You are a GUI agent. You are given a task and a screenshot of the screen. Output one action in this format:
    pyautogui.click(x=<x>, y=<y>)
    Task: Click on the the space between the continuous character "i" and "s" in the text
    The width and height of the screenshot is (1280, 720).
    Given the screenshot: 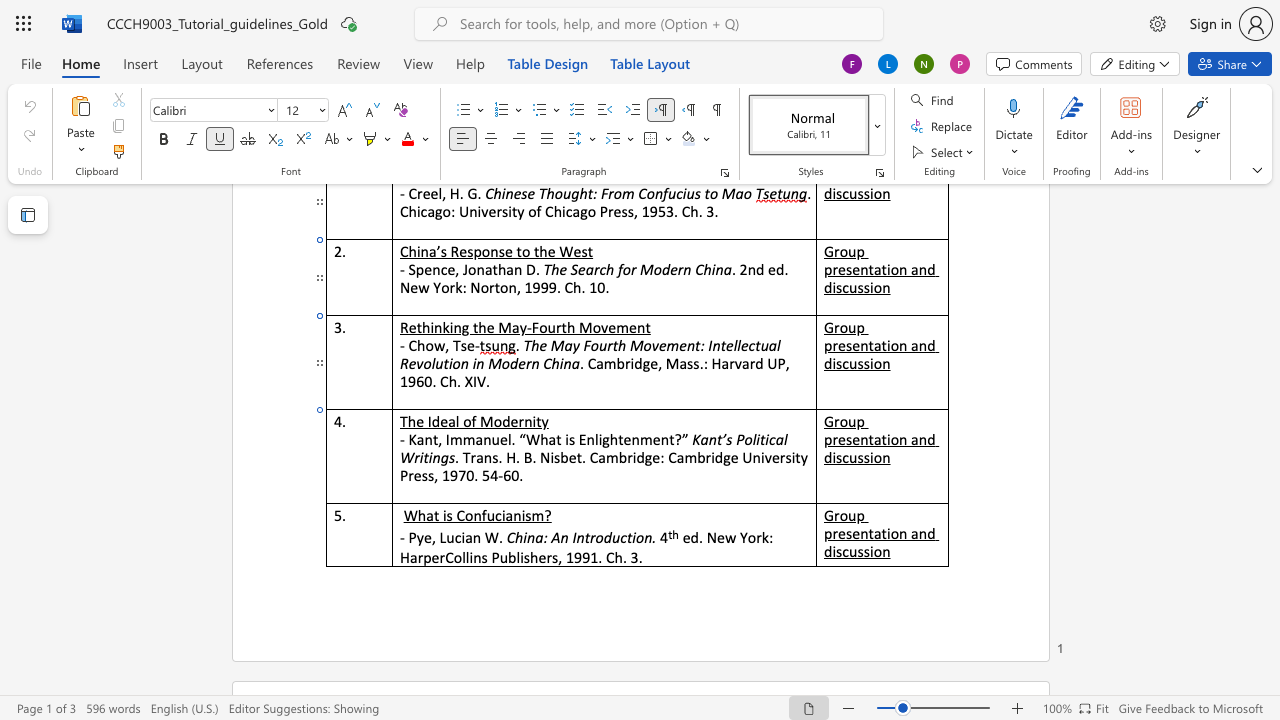 What is the action you would take?
    pyautogui.click(x=554, y=457)
    